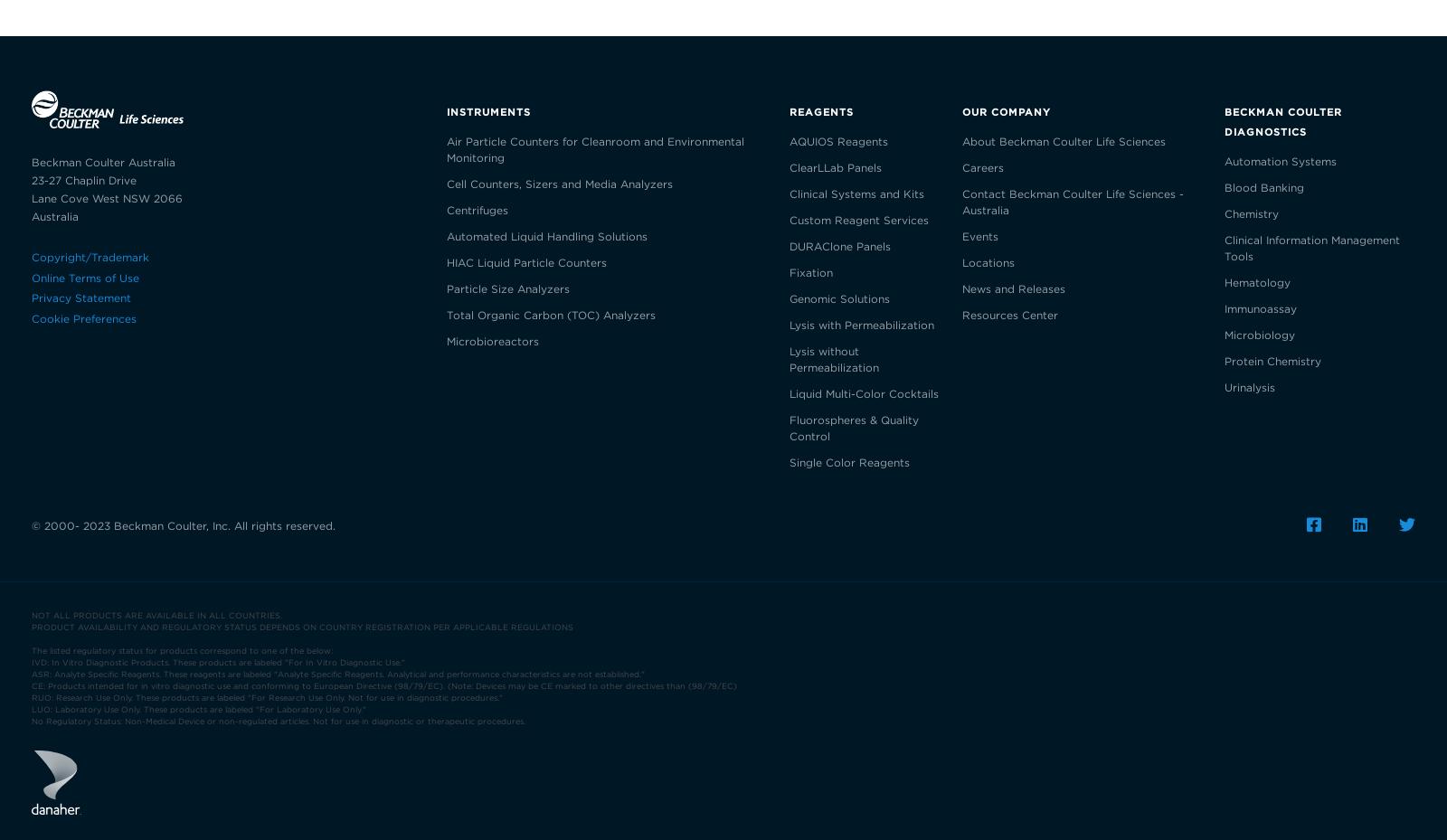 This screenshot has width=1447, height=840. Describe the element at coordinates (855, 192) in the screenshot. I see `'Clinical Systems and Kits'` at that location.